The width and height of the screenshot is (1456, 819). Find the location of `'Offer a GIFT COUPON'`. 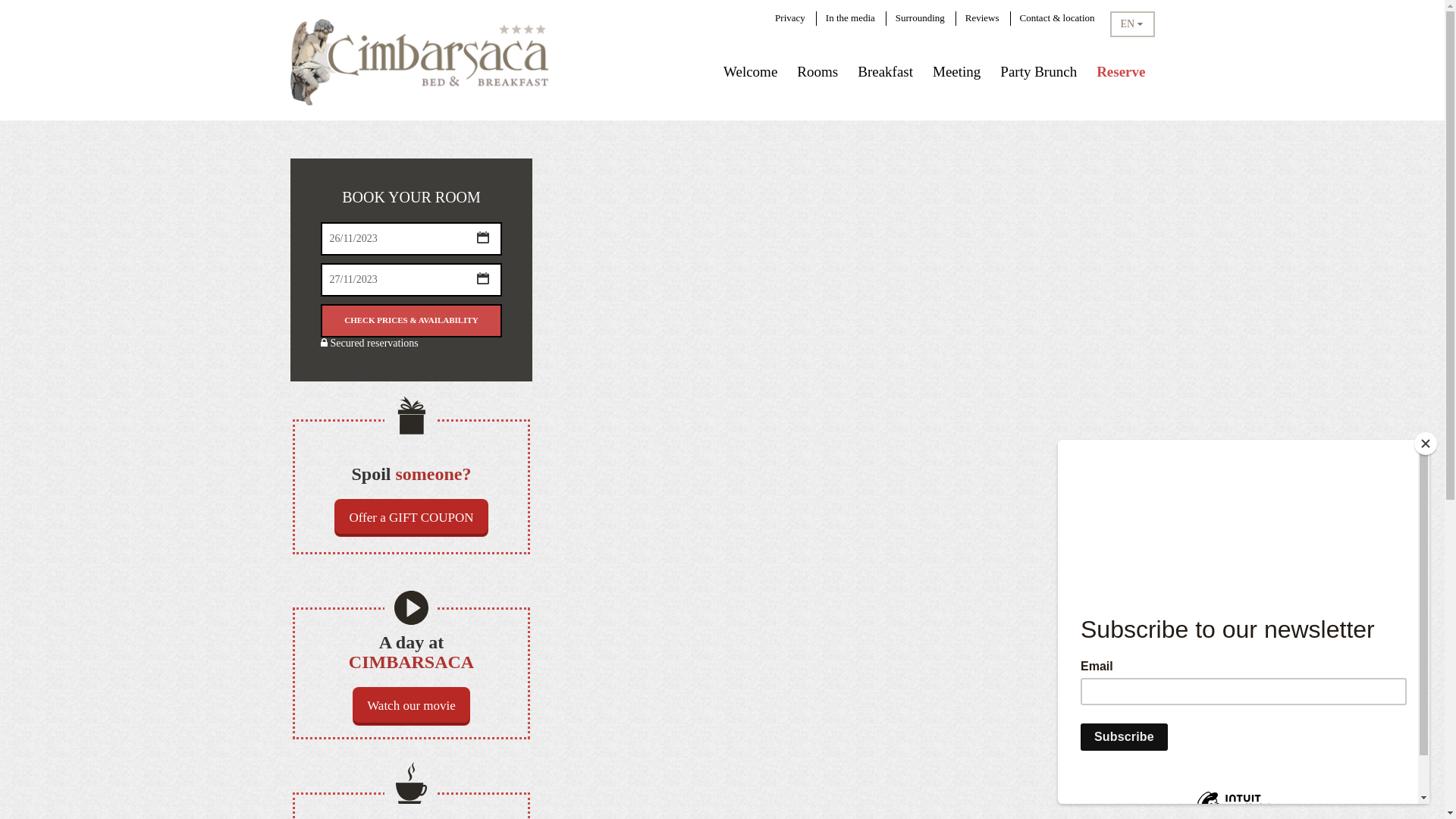

'Offer a GIFT COUPON' is located at coordinates (411, 516).